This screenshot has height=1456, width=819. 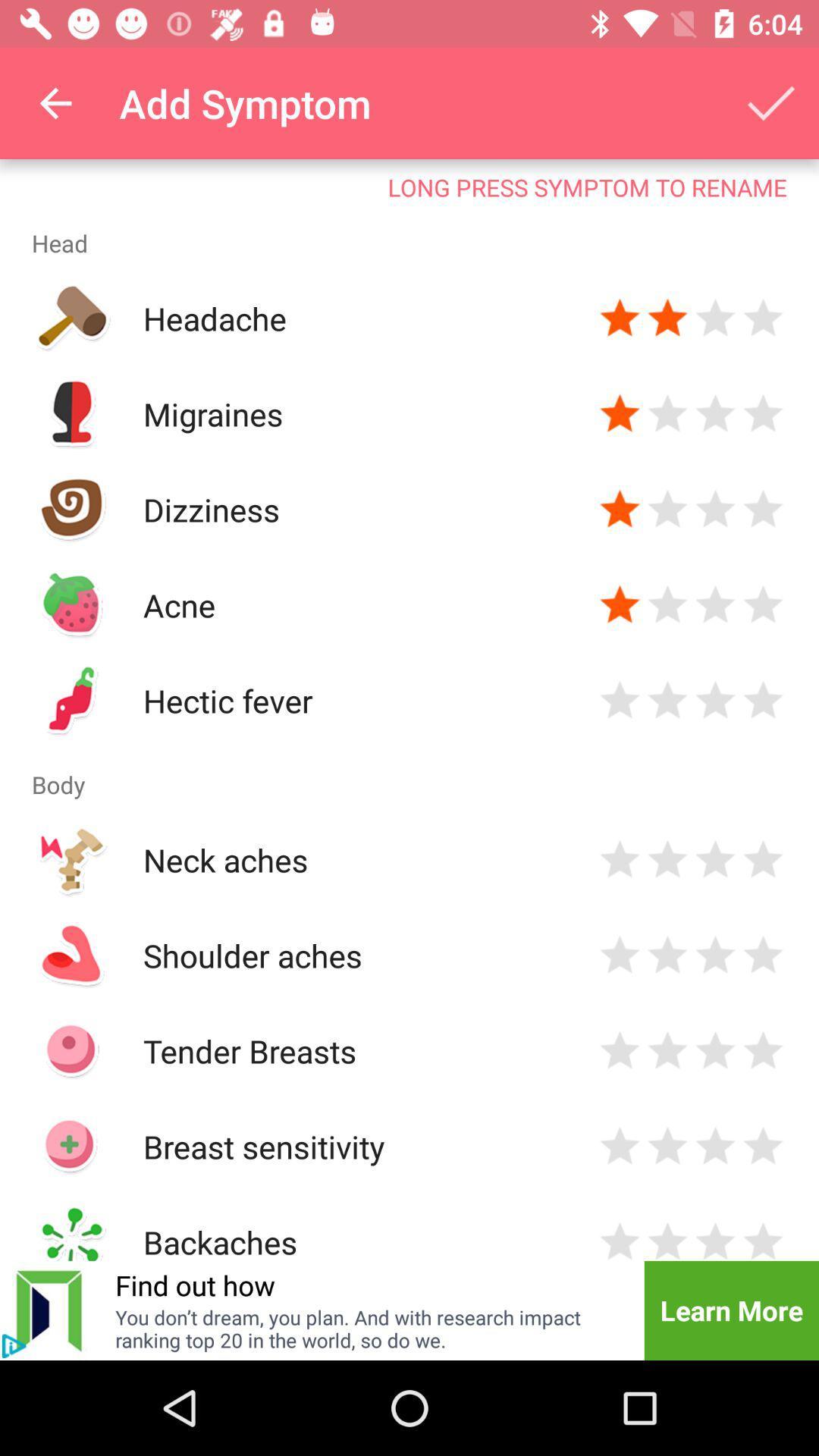 I want to click on rating, so click(x=620, y=859).